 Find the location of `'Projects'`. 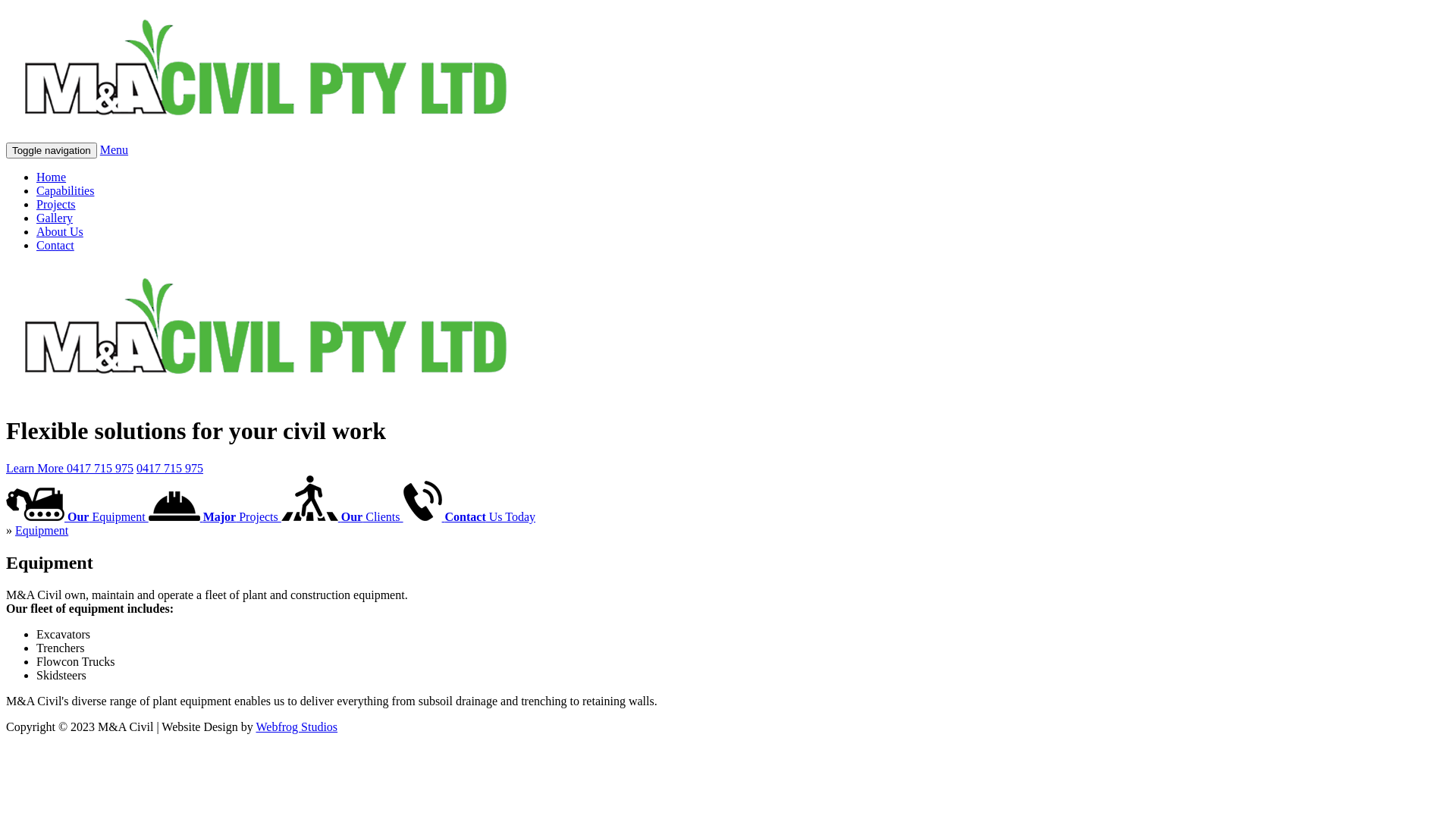

'Projects' is located at coordinates (55, 203).